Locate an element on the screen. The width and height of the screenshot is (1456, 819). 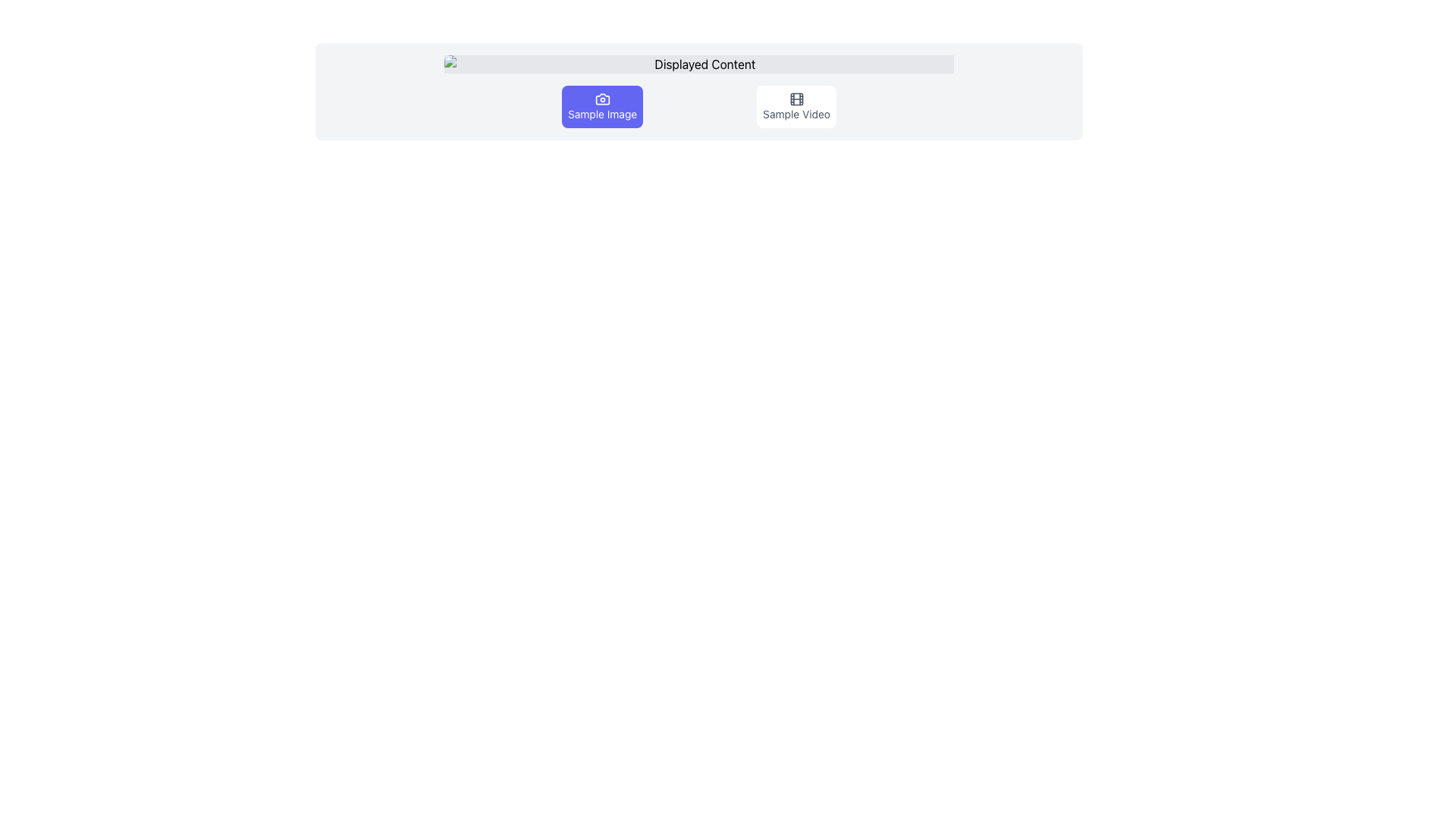
the button with a purple background and a white camera icon labeled 'Sample Image' is located at coordinates (601, 106).